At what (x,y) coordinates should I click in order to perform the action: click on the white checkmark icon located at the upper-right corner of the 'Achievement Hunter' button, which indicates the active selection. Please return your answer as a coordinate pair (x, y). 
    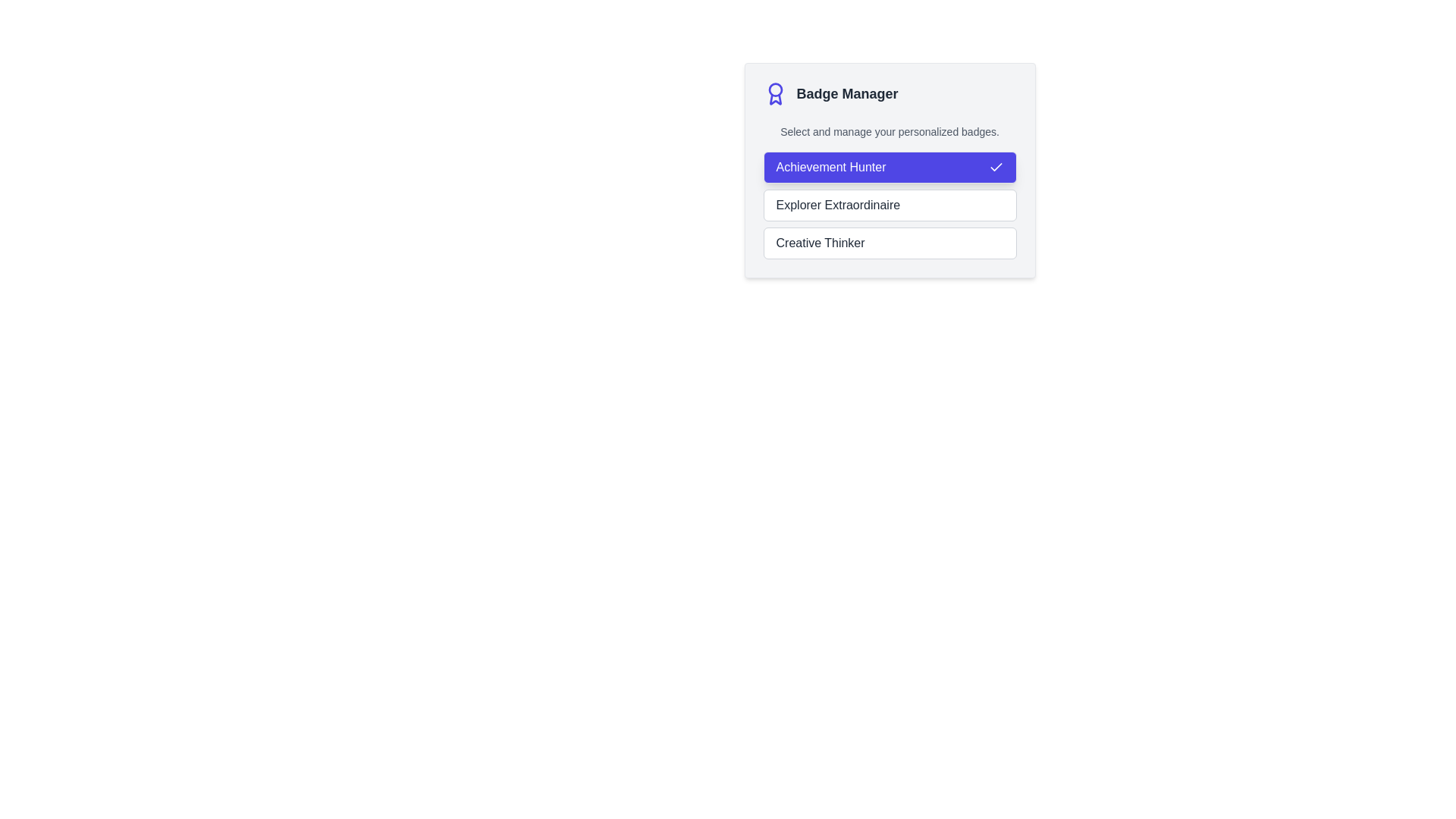
    Looking at the image, I should click on (996, 167).